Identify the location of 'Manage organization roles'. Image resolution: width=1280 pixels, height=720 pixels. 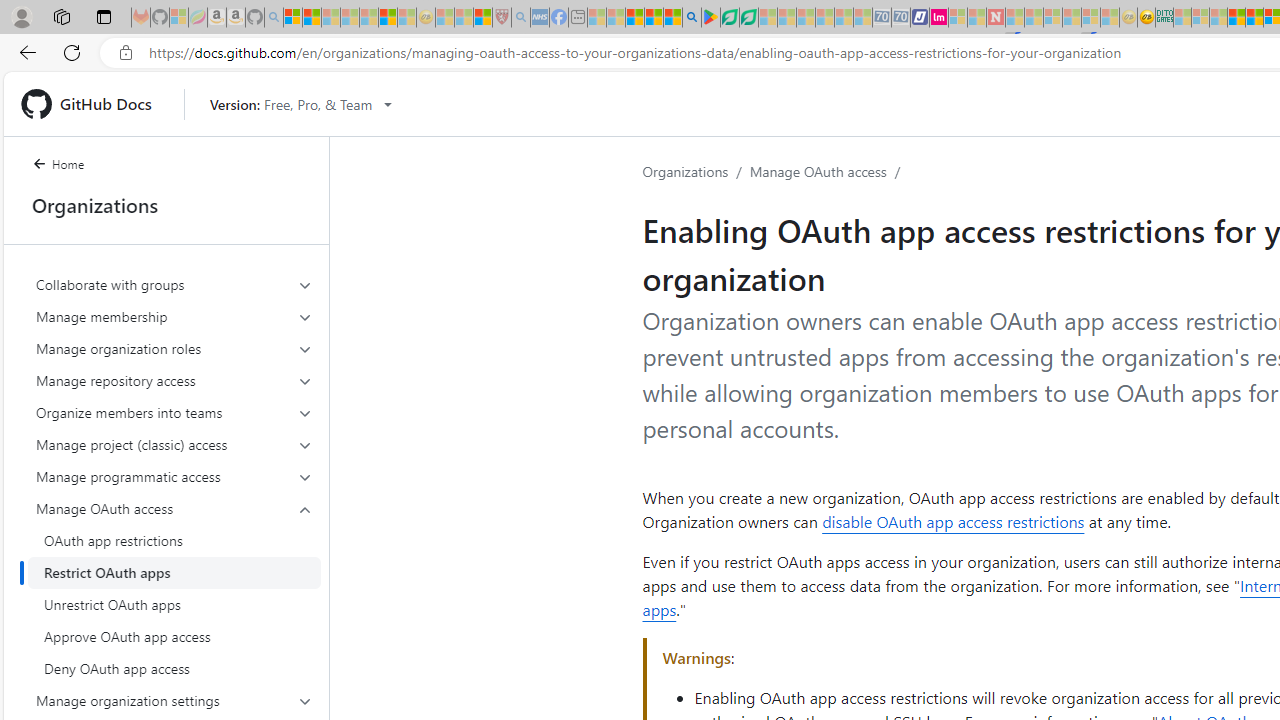
(174, 347).